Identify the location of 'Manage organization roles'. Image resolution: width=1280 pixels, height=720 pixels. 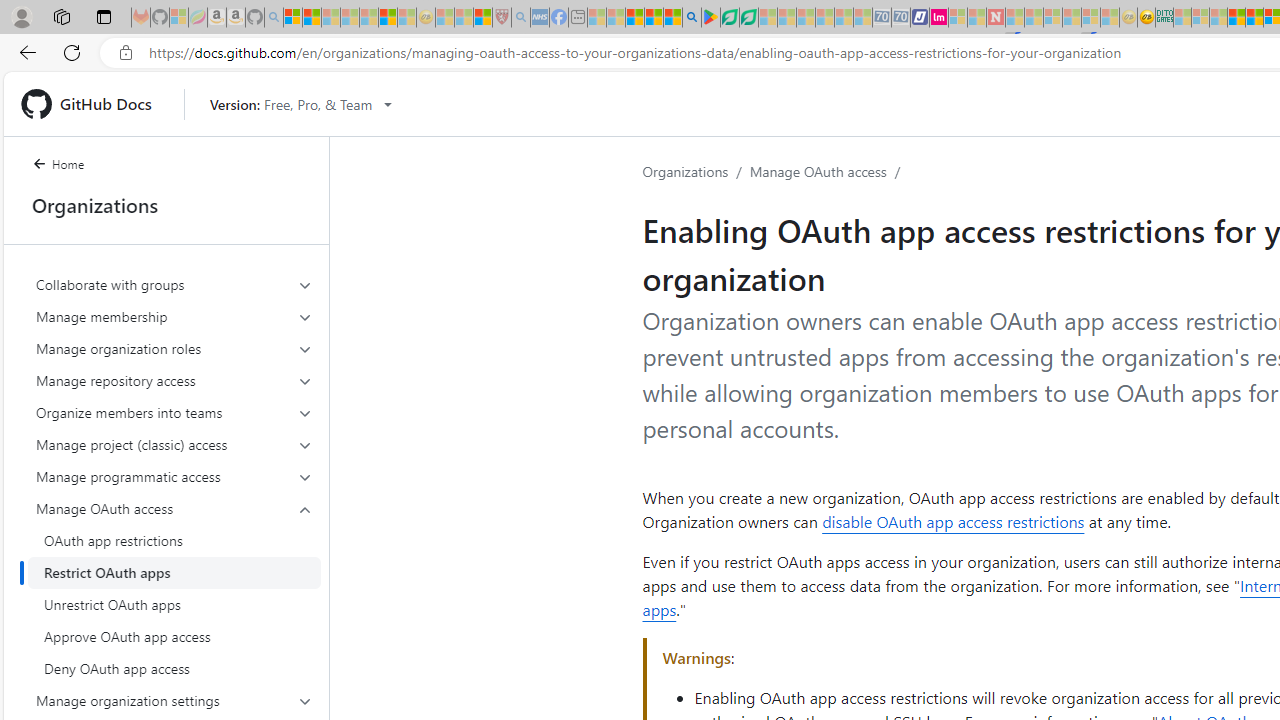
(174, 347).